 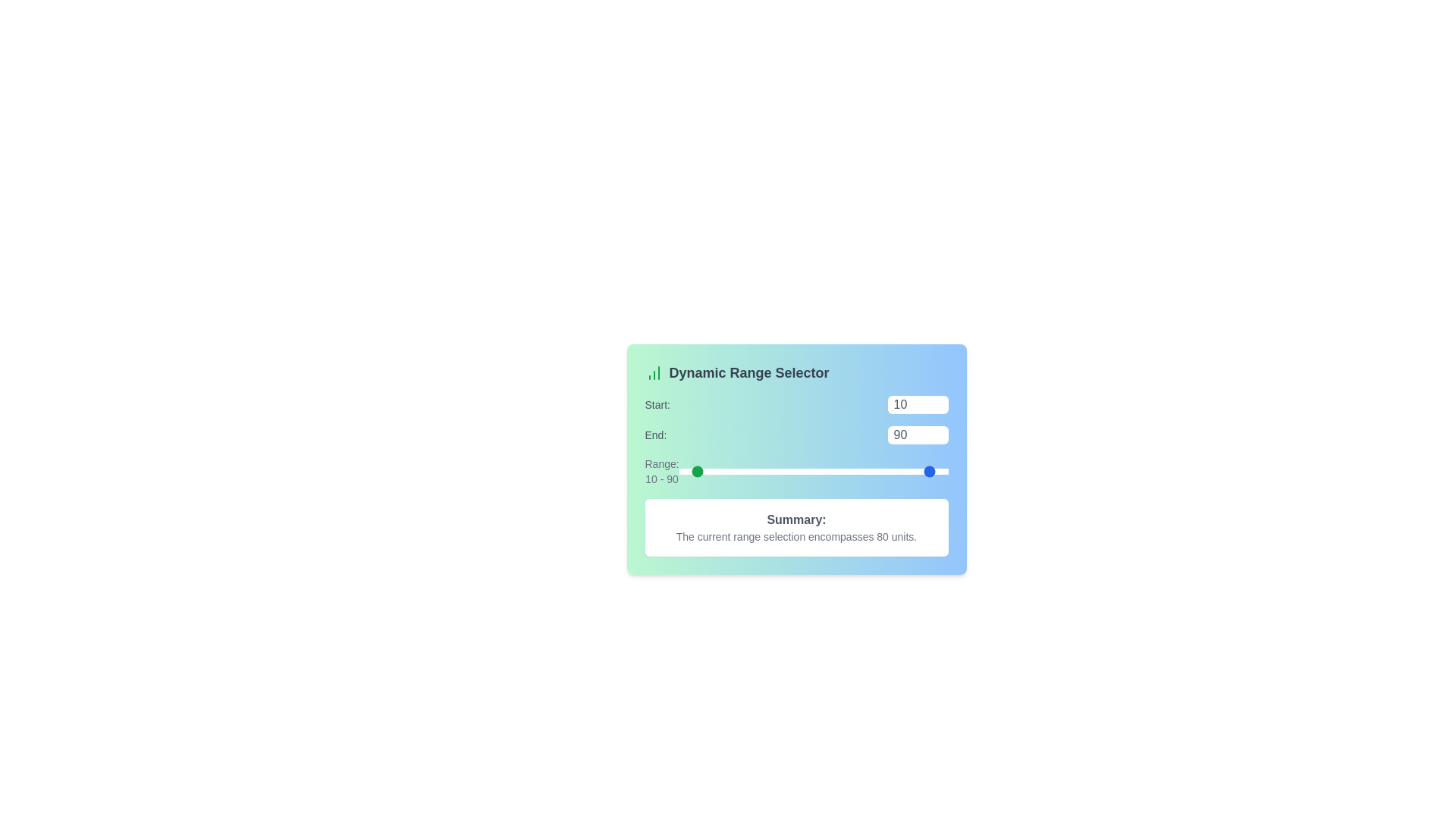 What do you see at coordinates (688, 470) in the screenshot?
I see `the 'Start' range slider to 7` at bounding box center [688, 470].